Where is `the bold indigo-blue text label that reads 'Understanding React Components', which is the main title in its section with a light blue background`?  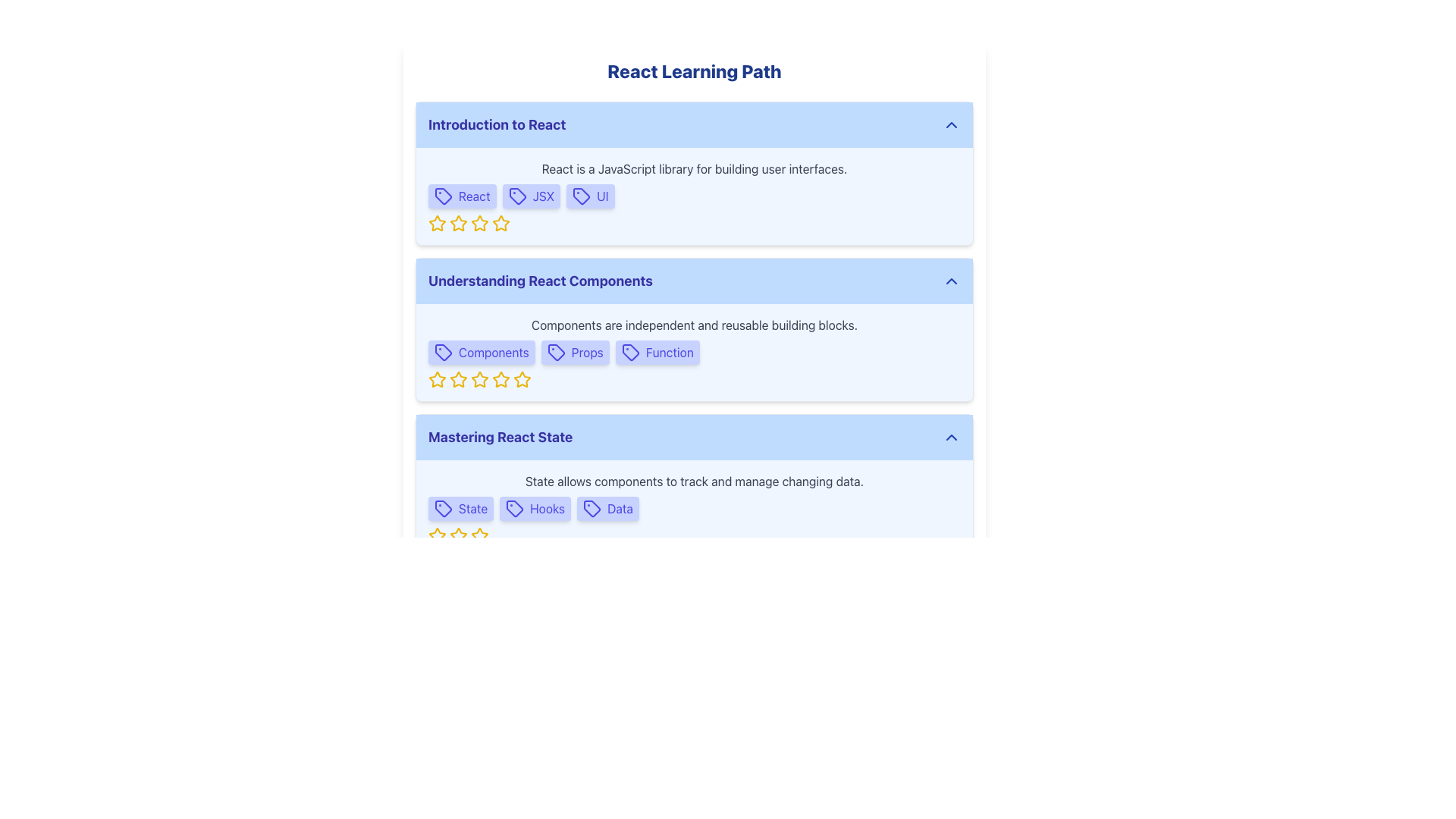 the bold indigo-blue text label that reads 'Understanding React Components', which is the main title in its section with a light blue background is located at coordinates (540, 281).